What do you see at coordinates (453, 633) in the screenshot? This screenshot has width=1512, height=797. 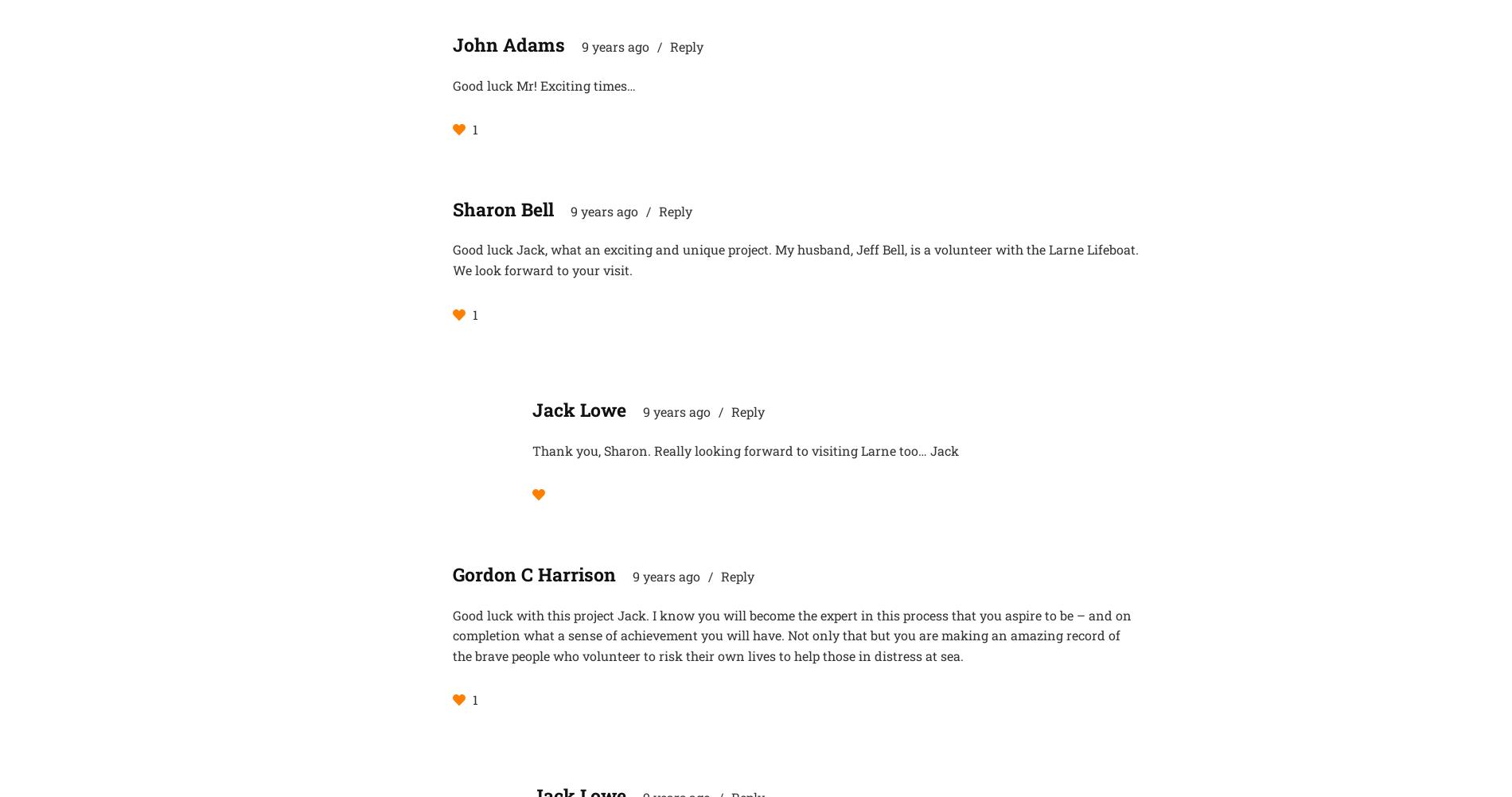 I see `'Good luck with this project Jack. I know you will become the expert in this process that you aspire to be – and on completion what a sense of achievement you will have. Not only that but you are making an amazing record of the brave people who volunteer to risk their own lives to help those in distress at sea.'` at bounding box center [453, 633].